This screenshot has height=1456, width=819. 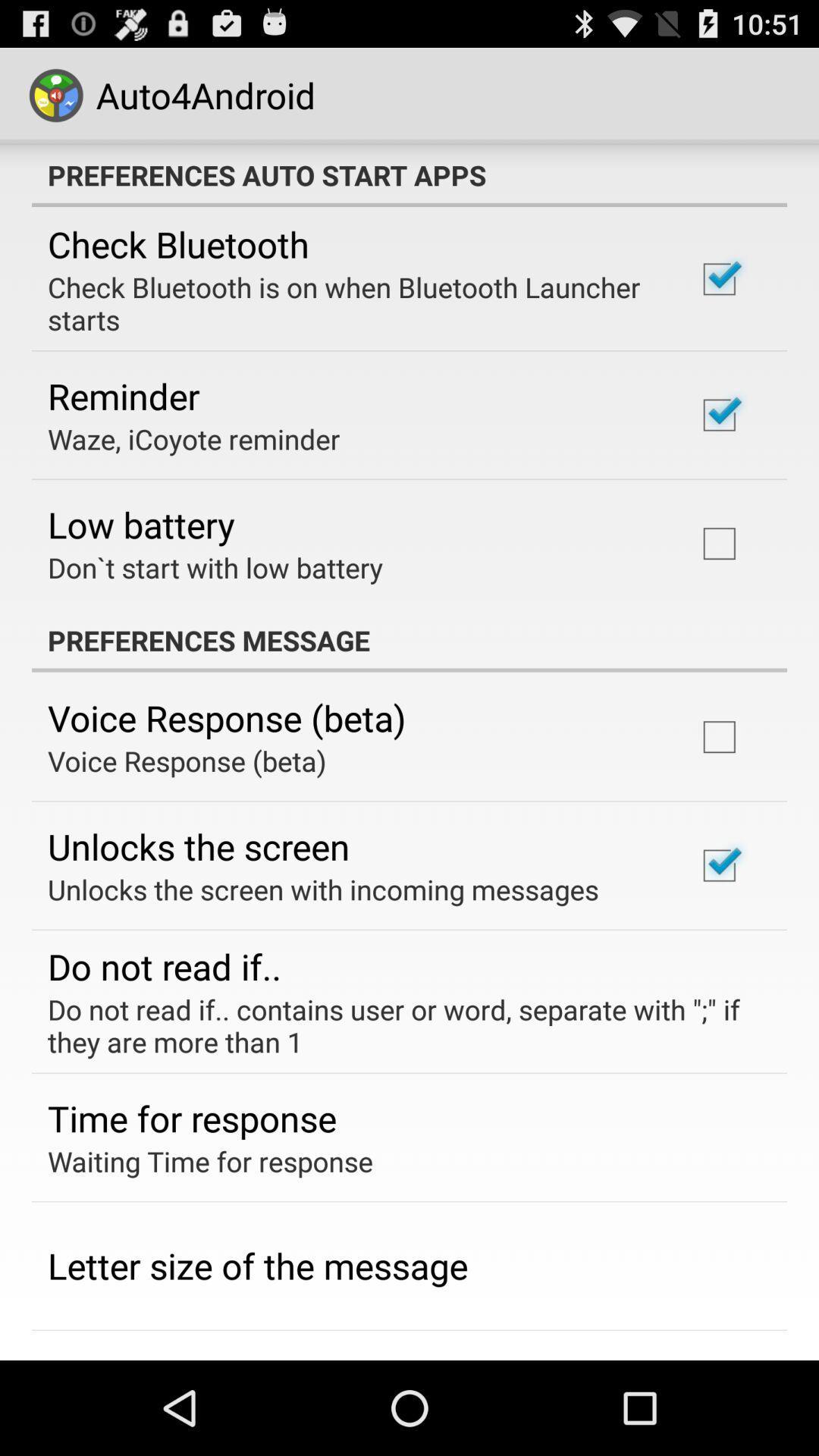 I want to click on the preferences auto start app, so click(x=409, y=174).